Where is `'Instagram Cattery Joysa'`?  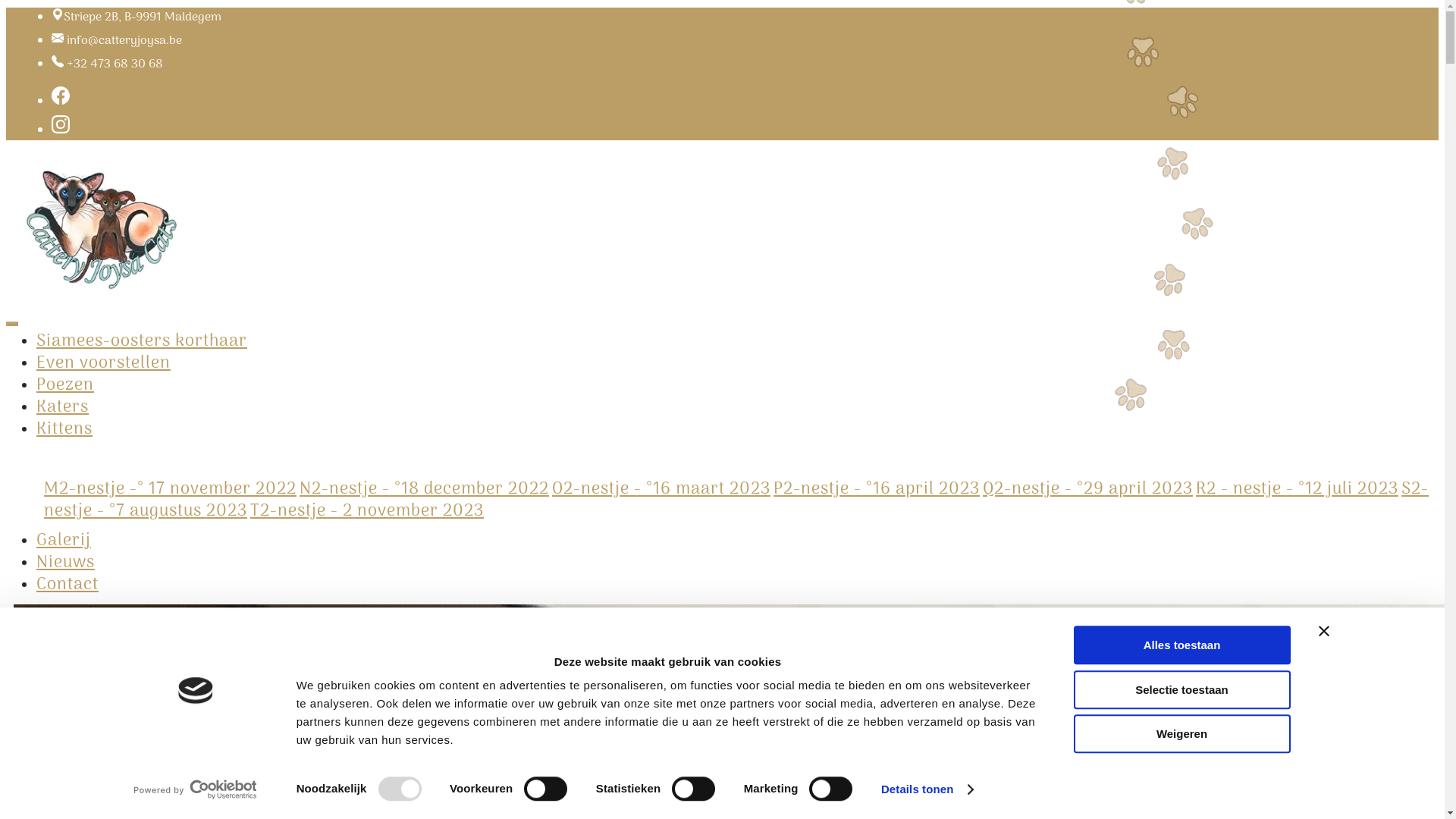 'Instagram Cattery Joysa' is located at coordinates (61, 130).